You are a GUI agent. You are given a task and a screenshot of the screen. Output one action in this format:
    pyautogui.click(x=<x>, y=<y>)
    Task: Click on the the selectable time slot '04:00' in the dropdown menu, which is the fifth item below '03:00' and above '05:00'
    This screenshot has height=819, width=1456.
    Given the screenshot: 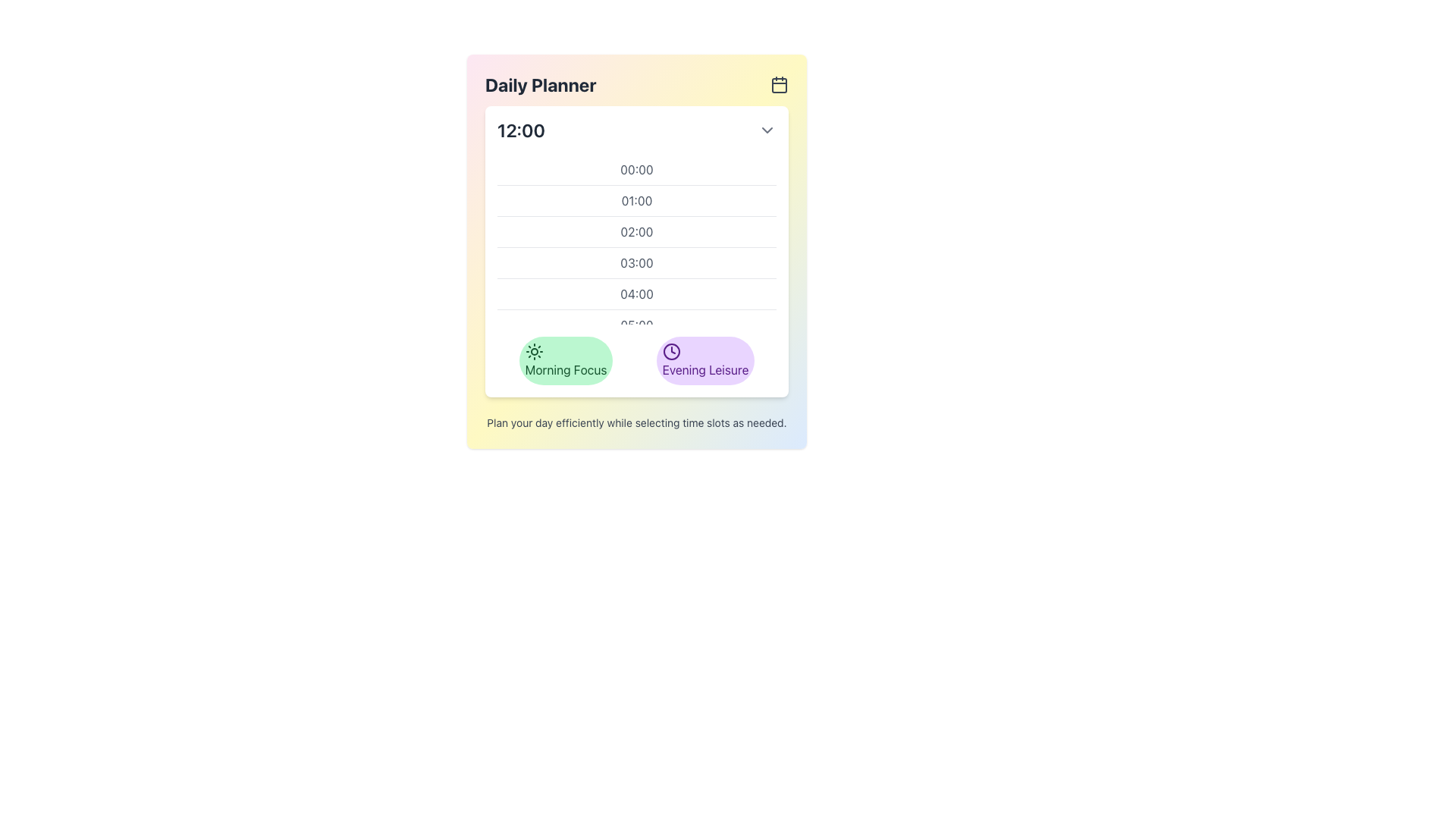 What is the action you would take?
    pyautogui.click(x=637, y=293)
    